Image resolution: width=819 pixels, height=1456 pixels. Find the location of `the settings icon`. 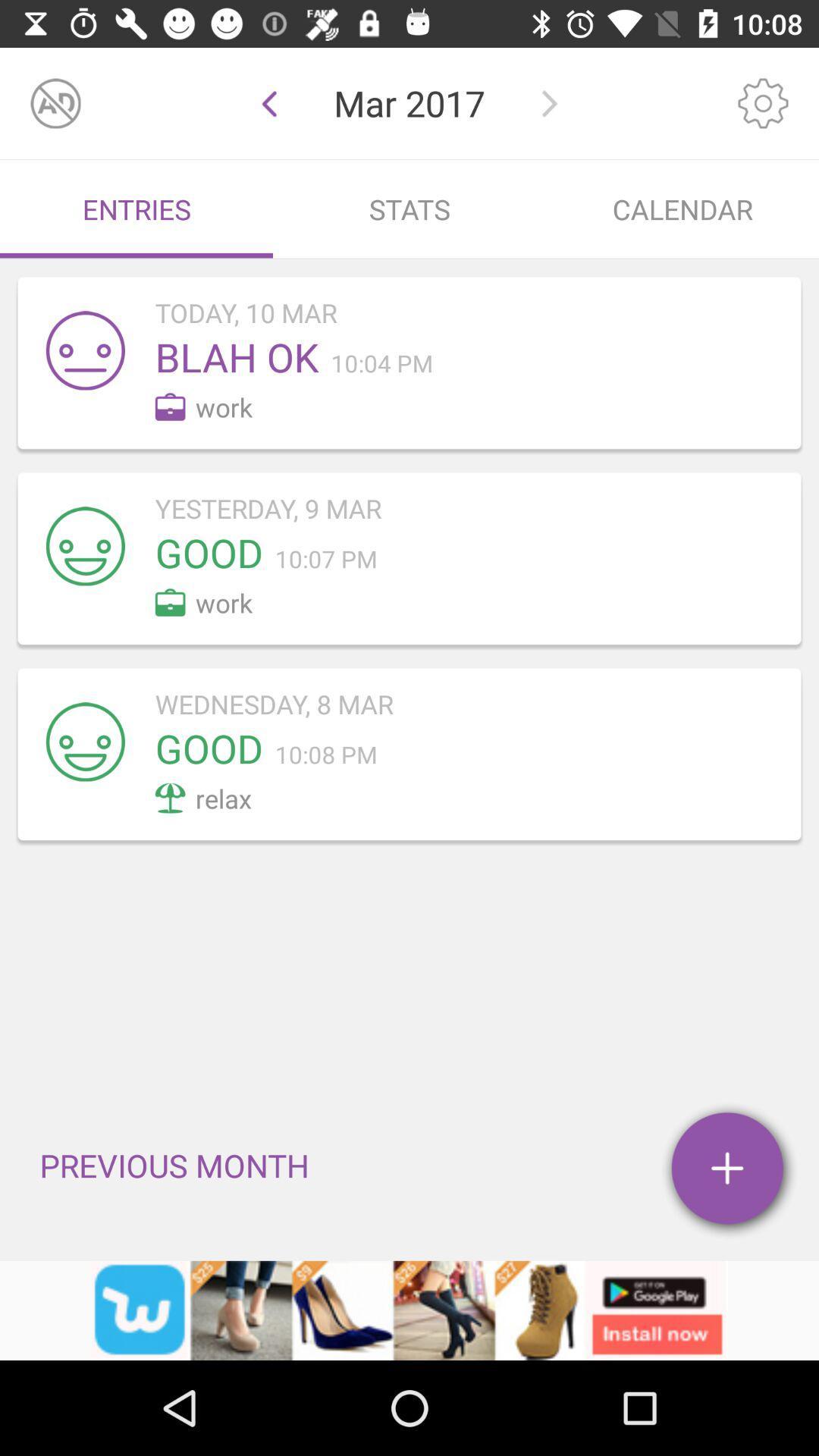

the settings icon is located at coordinates (763, 102).